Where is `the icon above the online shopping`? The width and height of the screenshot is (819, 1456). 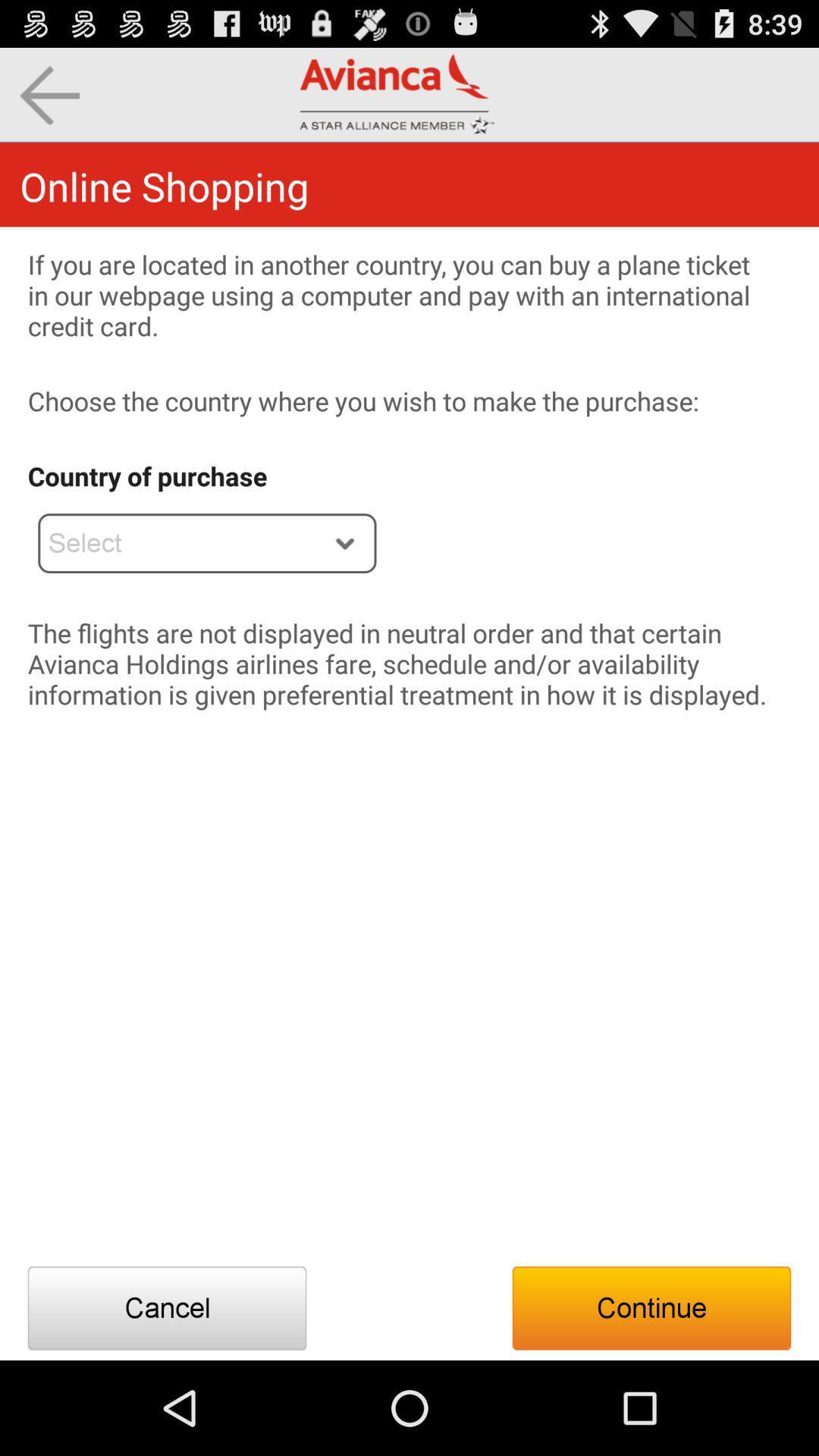 the icon above the online shopping is located at coordinates (49, 94).